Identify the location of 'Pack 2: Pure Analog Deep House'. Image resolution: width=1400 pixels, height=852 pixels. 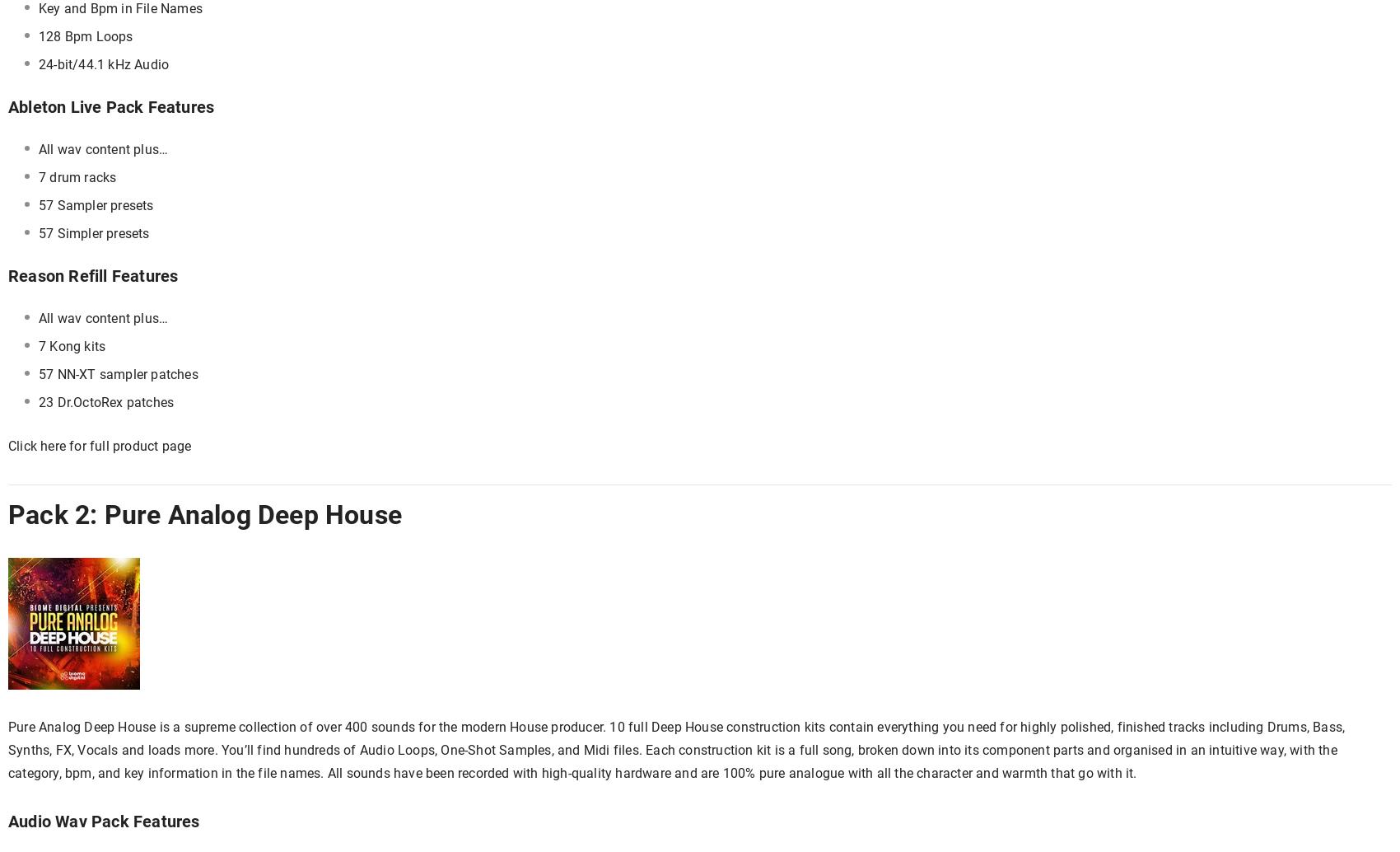
(8, 514).